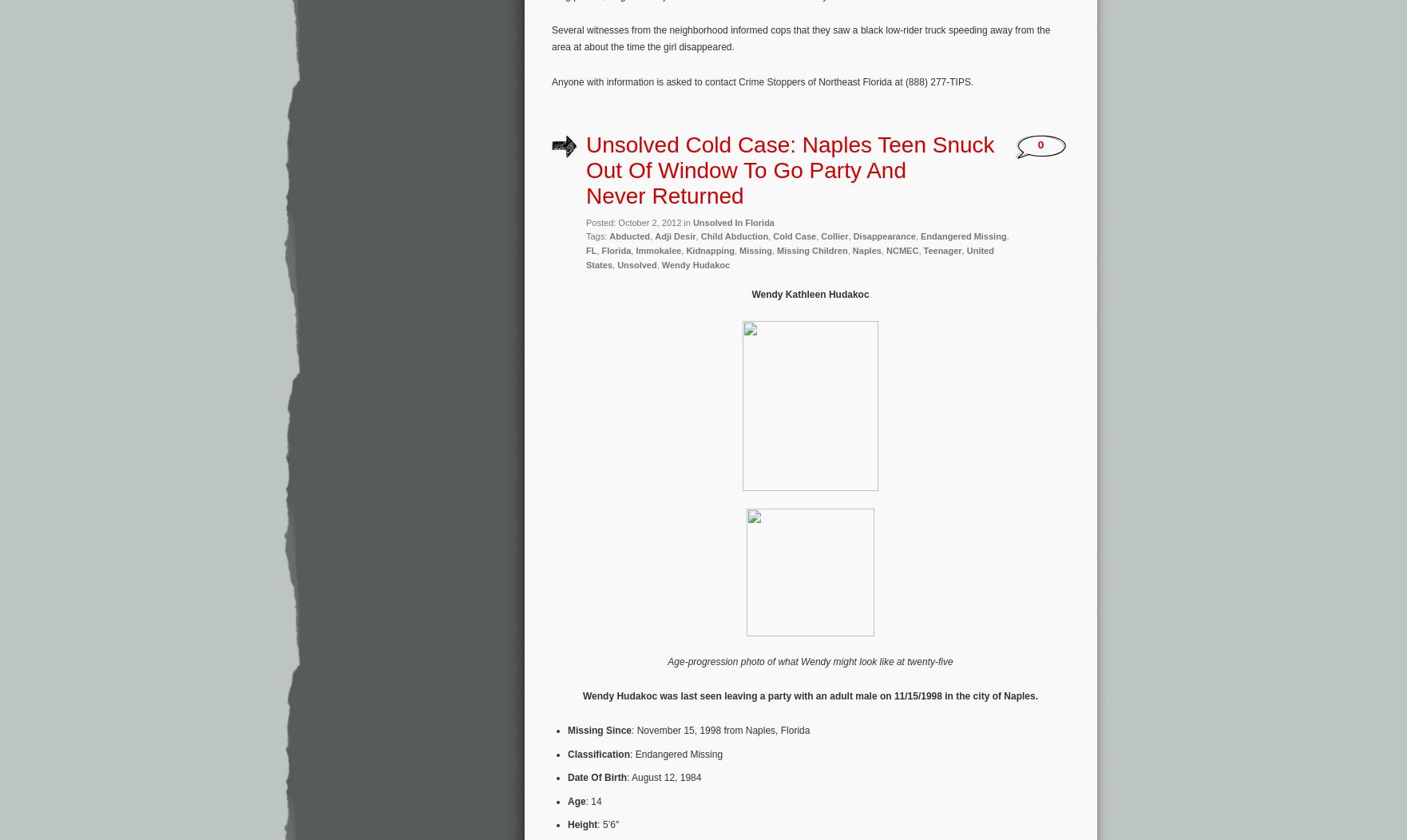 This screenshot has height=840, width=1407. What do you see at coordinates (598, 729) in the screenshot?
I see `'Missing Since'` at bounding box center [598, 729].